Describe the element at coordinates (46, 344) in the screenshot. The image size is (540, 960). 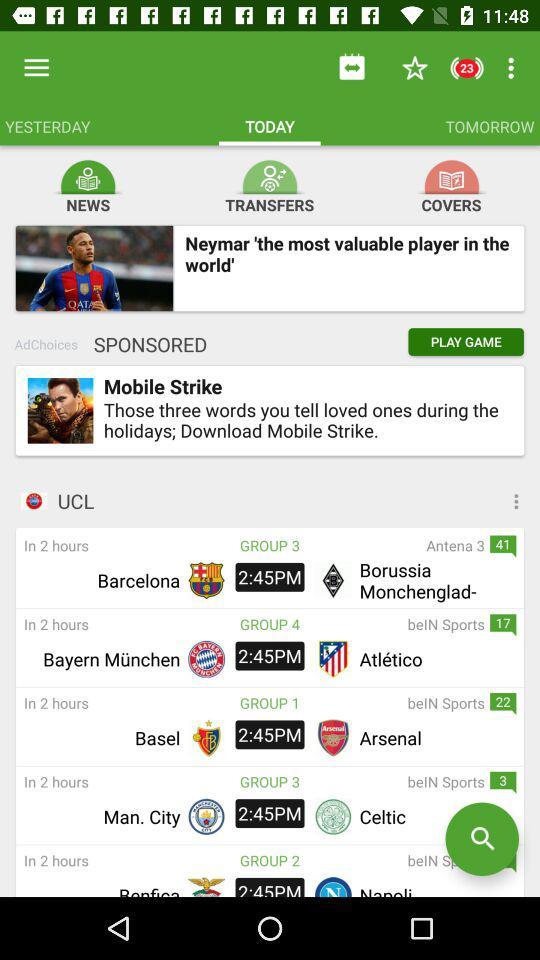
I see `item to the left of the sponsored item` at that location.